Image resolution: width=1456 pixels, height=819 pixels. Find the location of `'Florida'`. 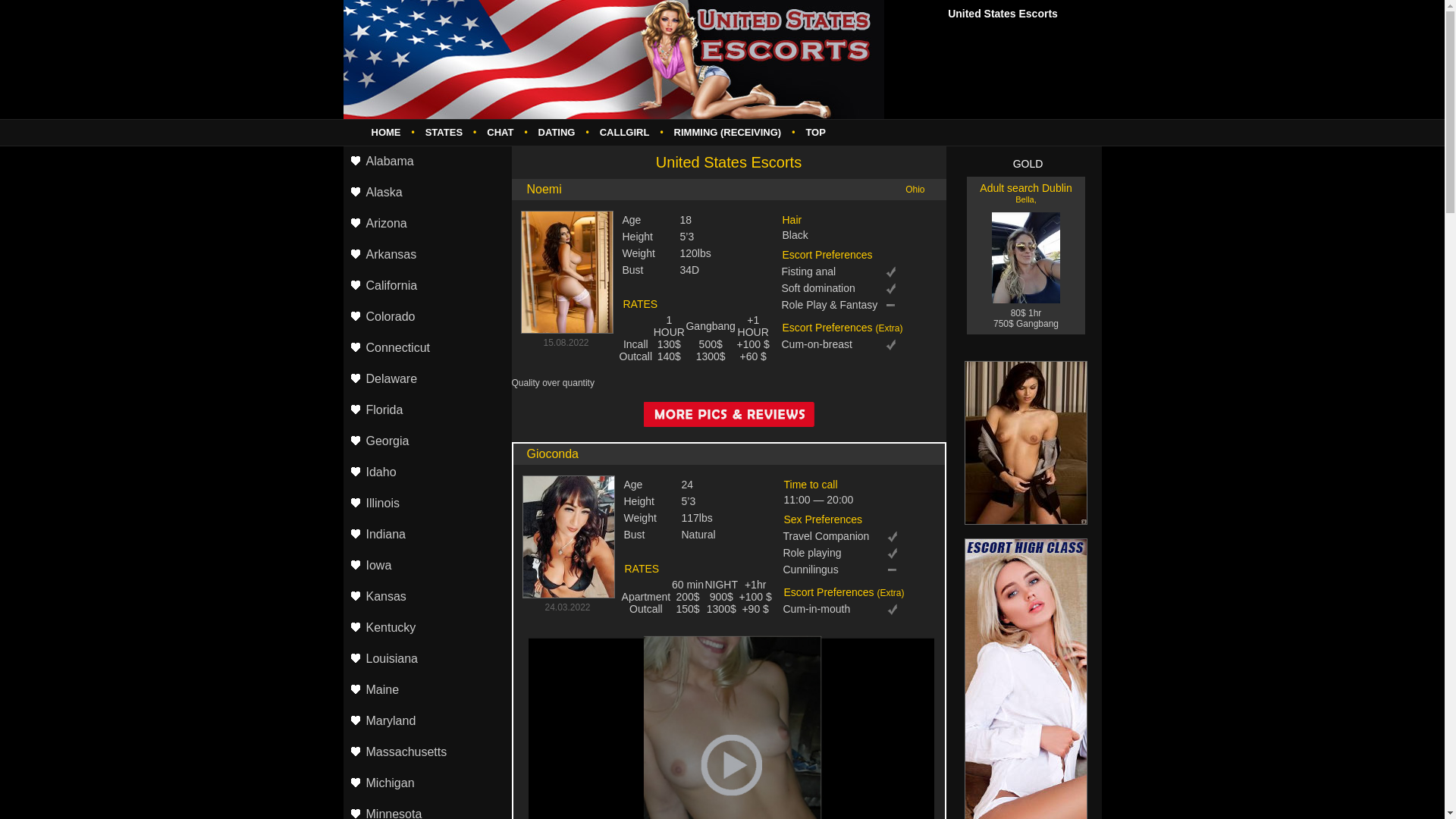

'Florida' is located at coordinates (341, 410).